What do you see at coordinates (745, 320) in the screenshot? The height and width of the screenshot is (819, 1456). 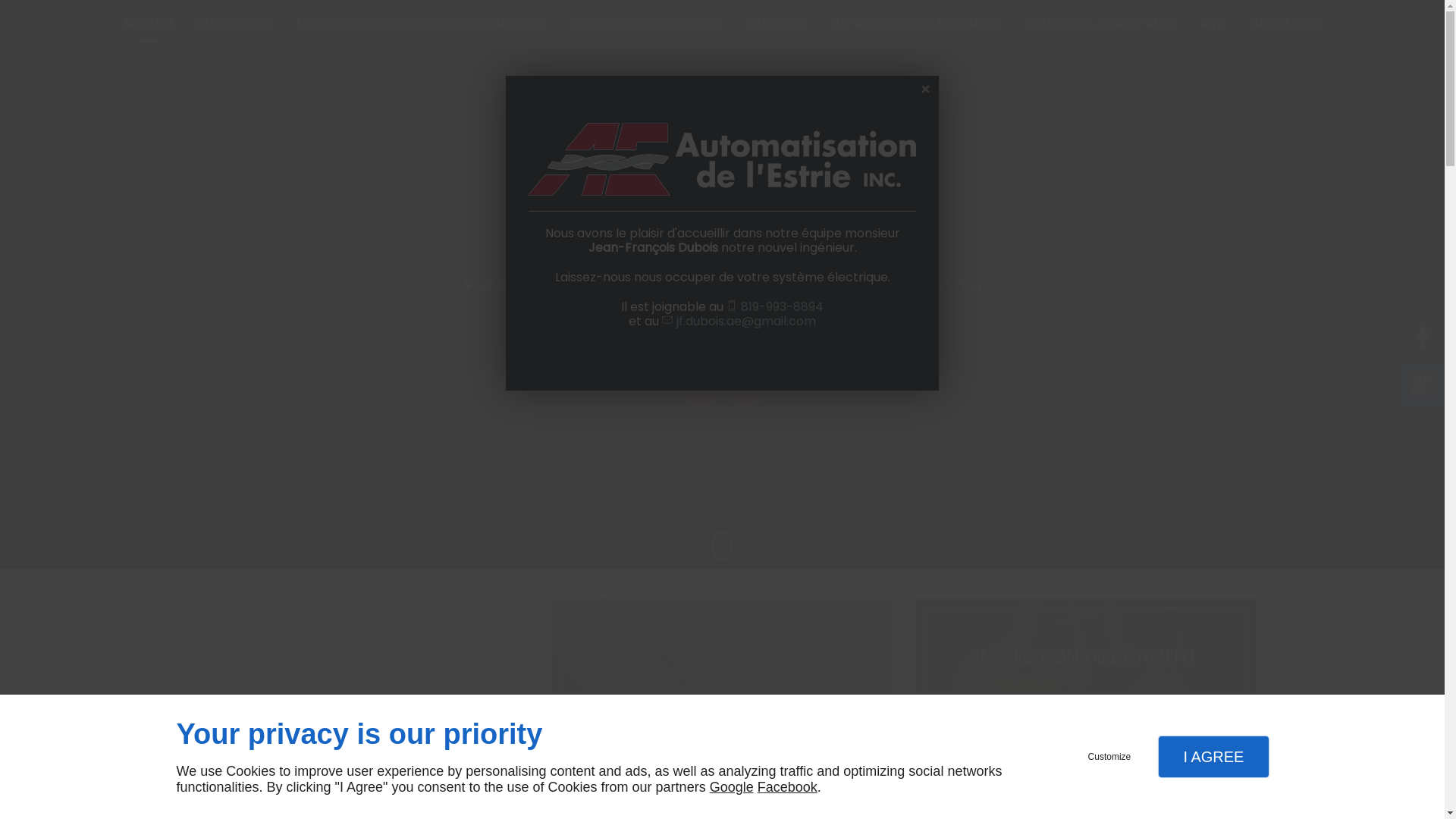 I see `'jf.dubois.ae@gmail.com'` at bounding box center [745, 320].